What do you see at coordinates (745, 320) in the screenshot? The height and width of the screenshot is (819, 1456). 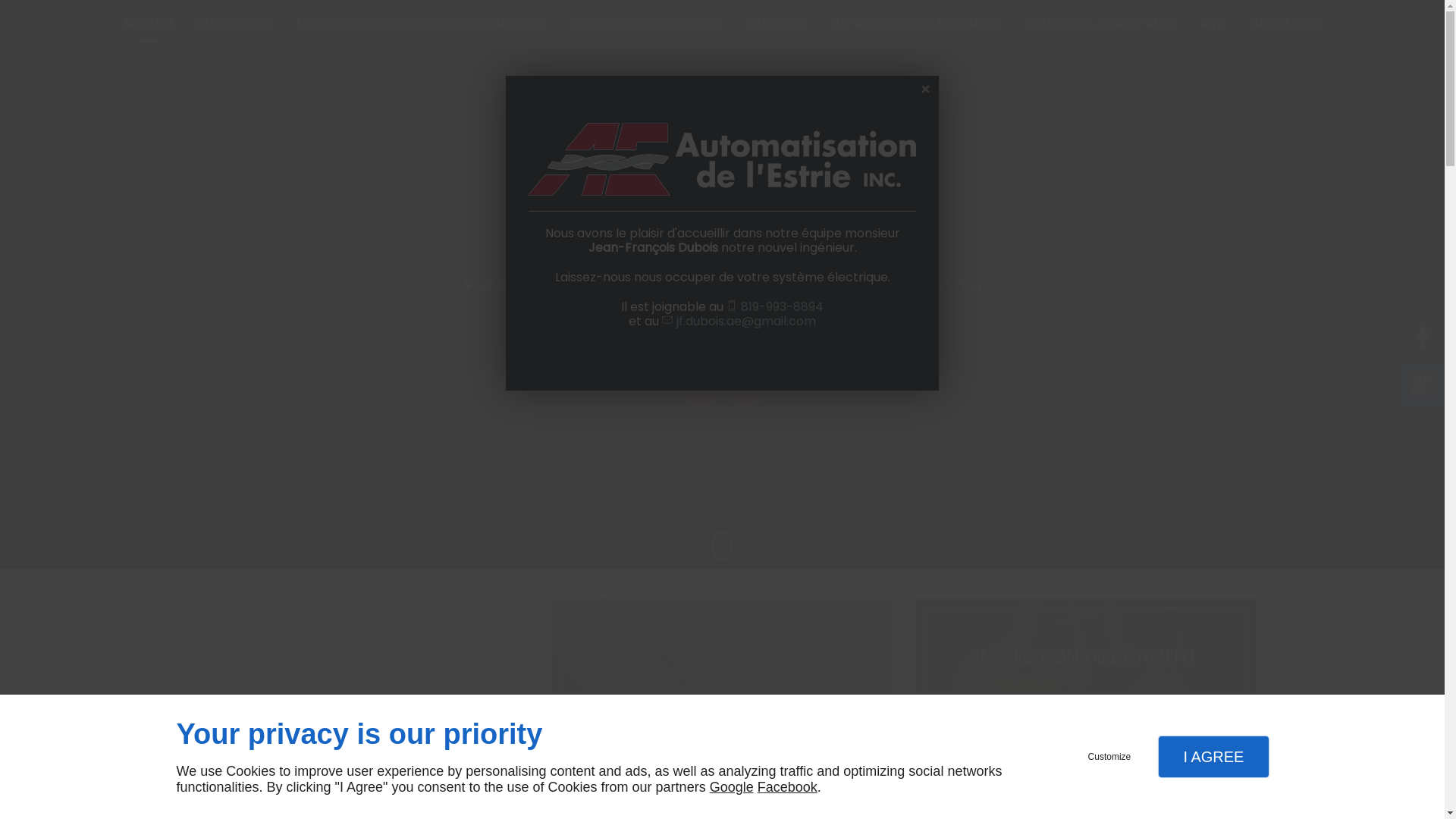 I see `'jf.dubois.ae@gmail.com'` at bounding box center [745, 320].